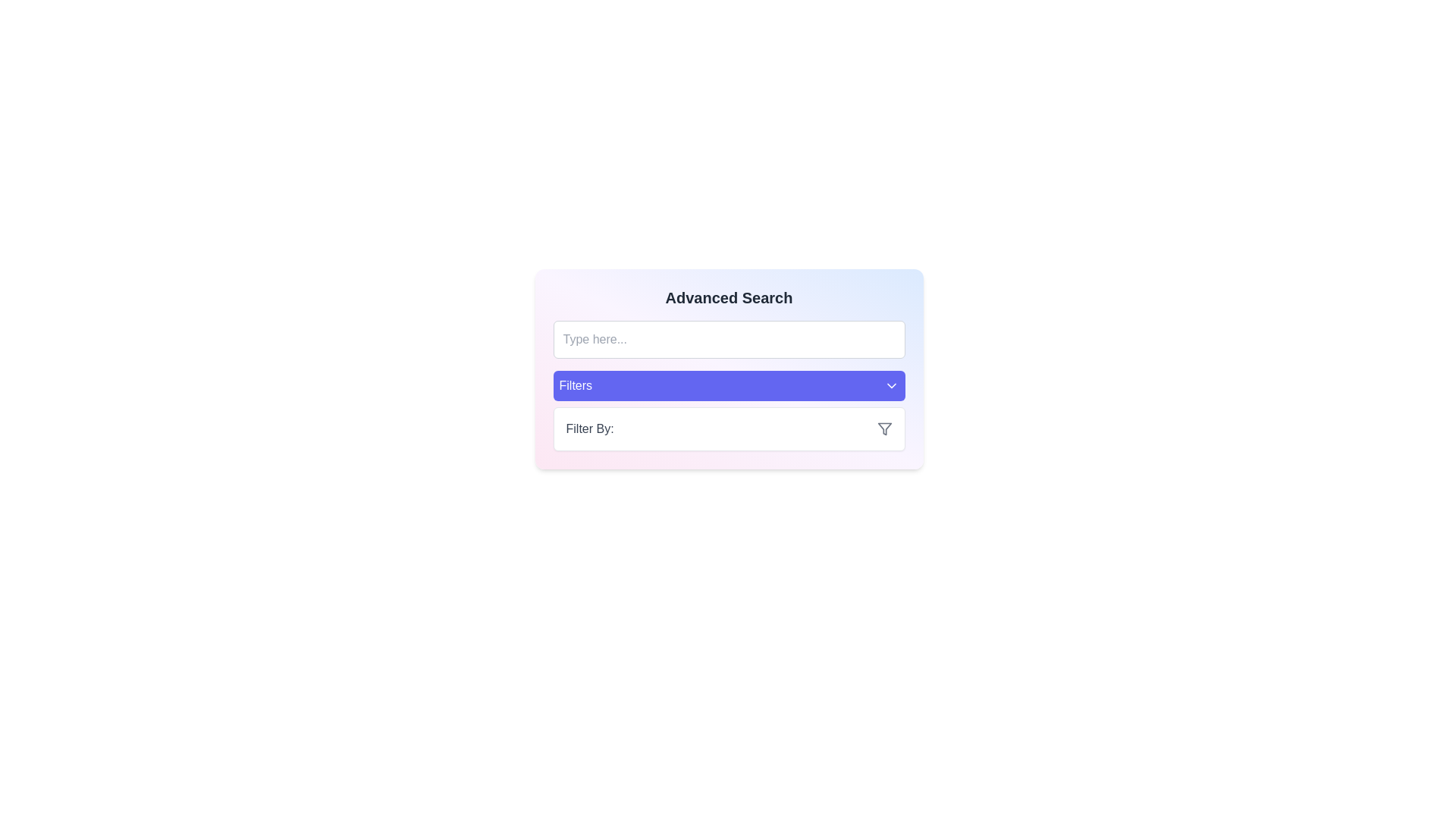 This screenshot has height=819, width=1456. What do you see at coordinates (884, 429) in the screenshot?
I see `the gray filter-shaped icon resembling an inverted triangle located to the far right of the 'Filter By:' text` at bounding box center [884, 429].